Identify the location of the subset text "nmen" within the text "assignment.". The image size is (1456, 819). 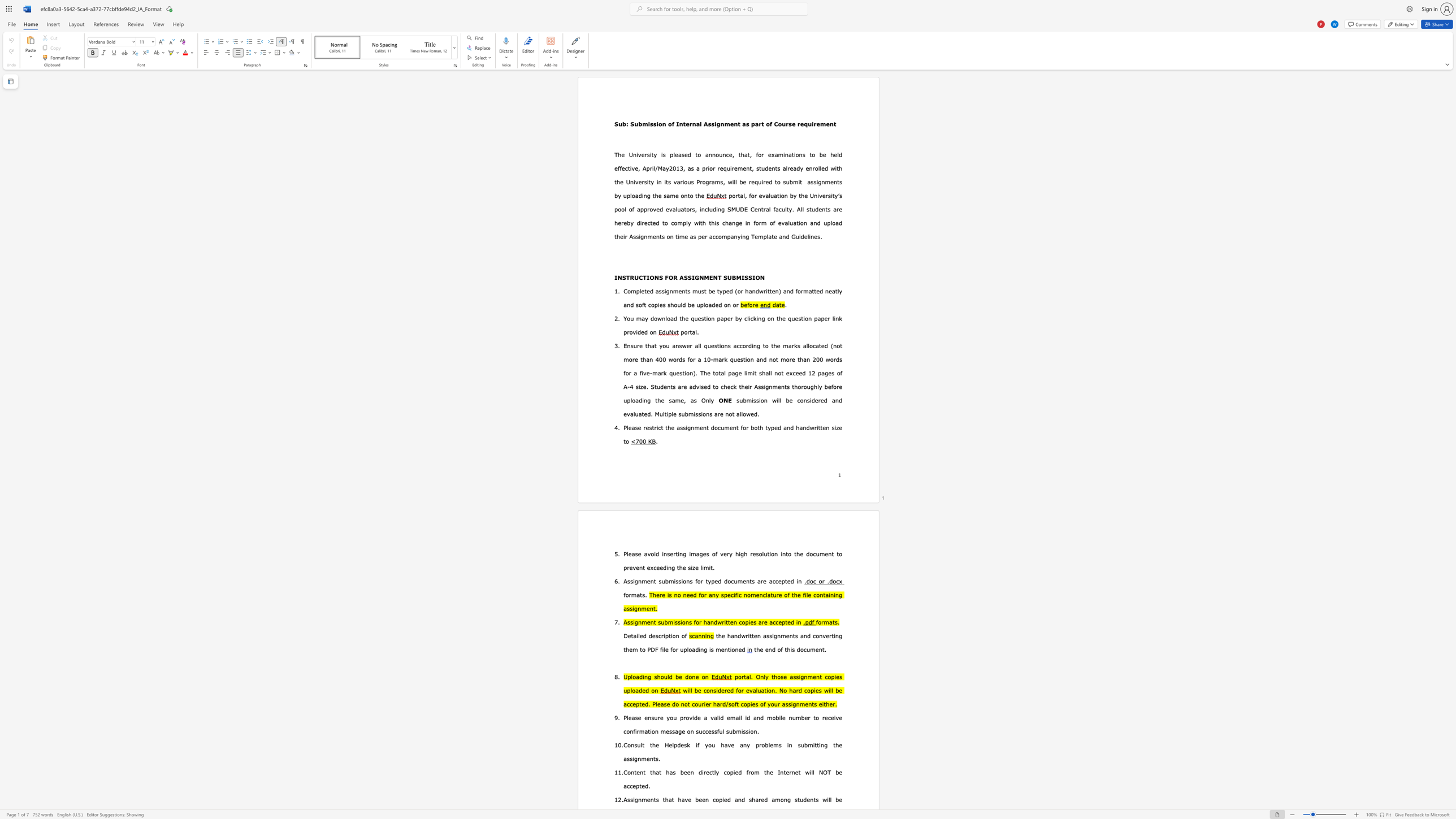
(637, 608).